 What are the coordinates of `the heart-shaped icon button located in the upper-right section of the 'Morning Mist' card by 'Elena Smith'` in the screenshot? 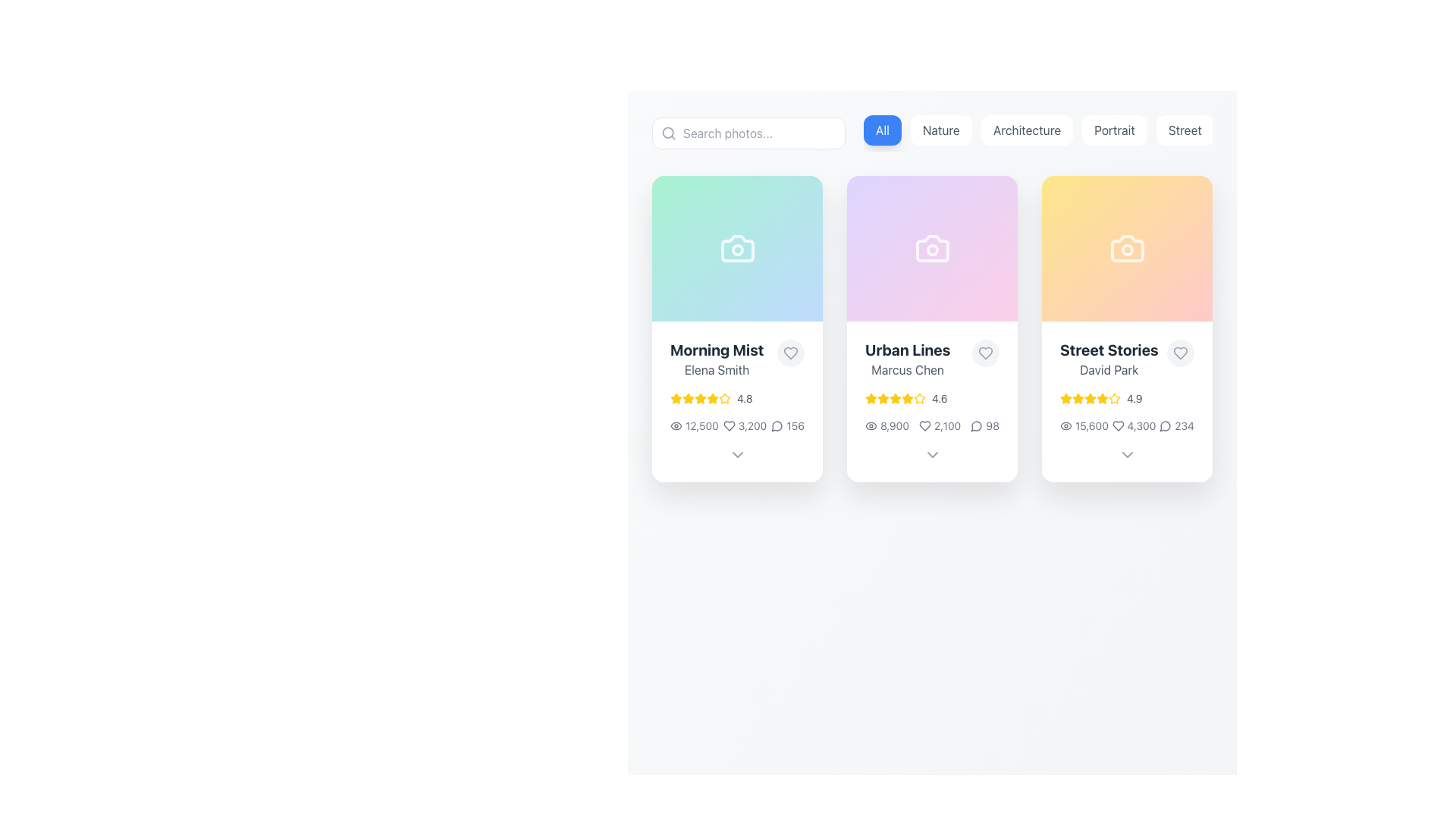 It's located at (789, 353).